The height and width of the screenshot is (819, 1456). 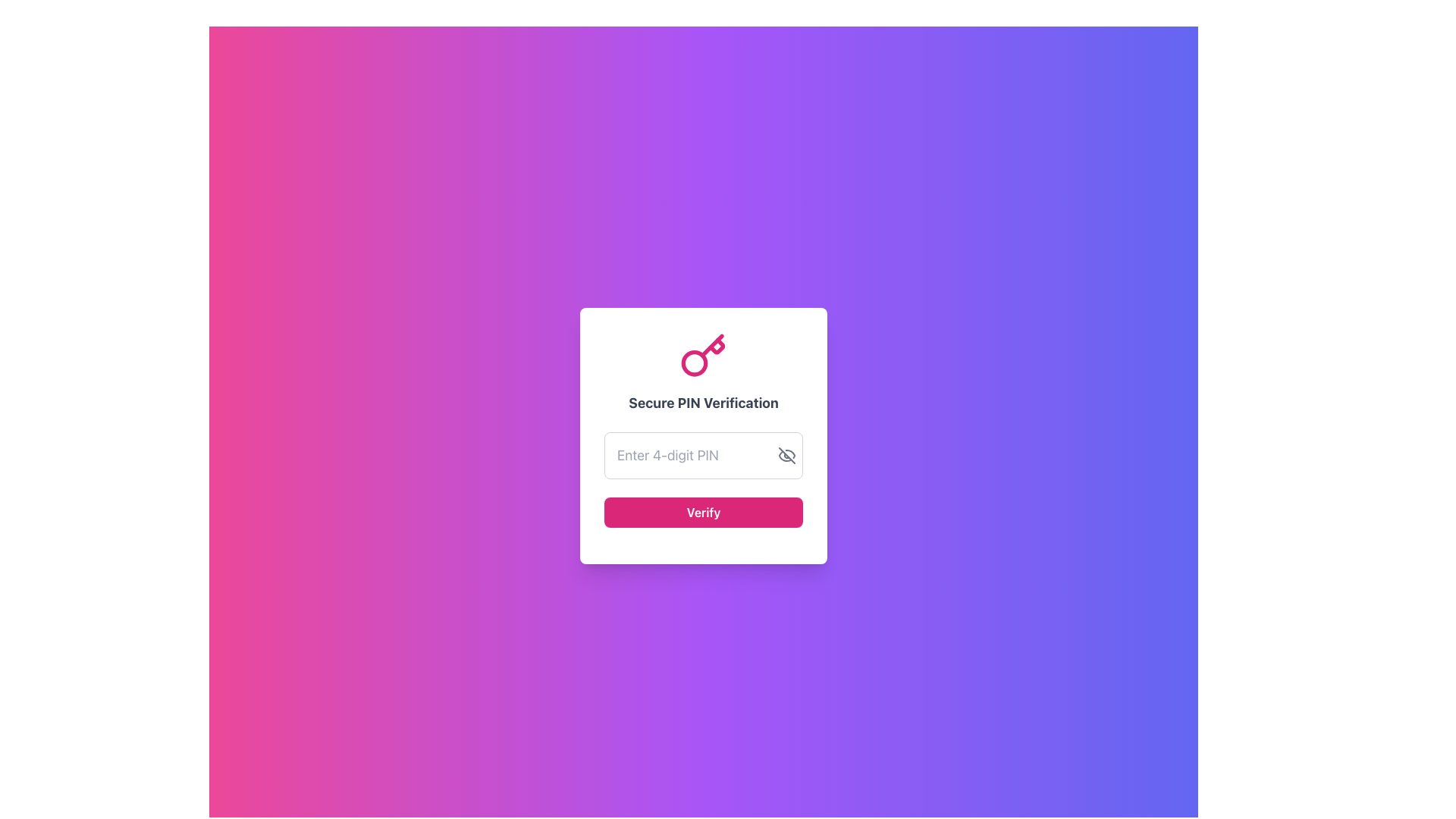 I want to click on the security key icon located at the top-center of the white rectangular card, above the 'Secure PIN Verification' text, so click(x=702, y=356).